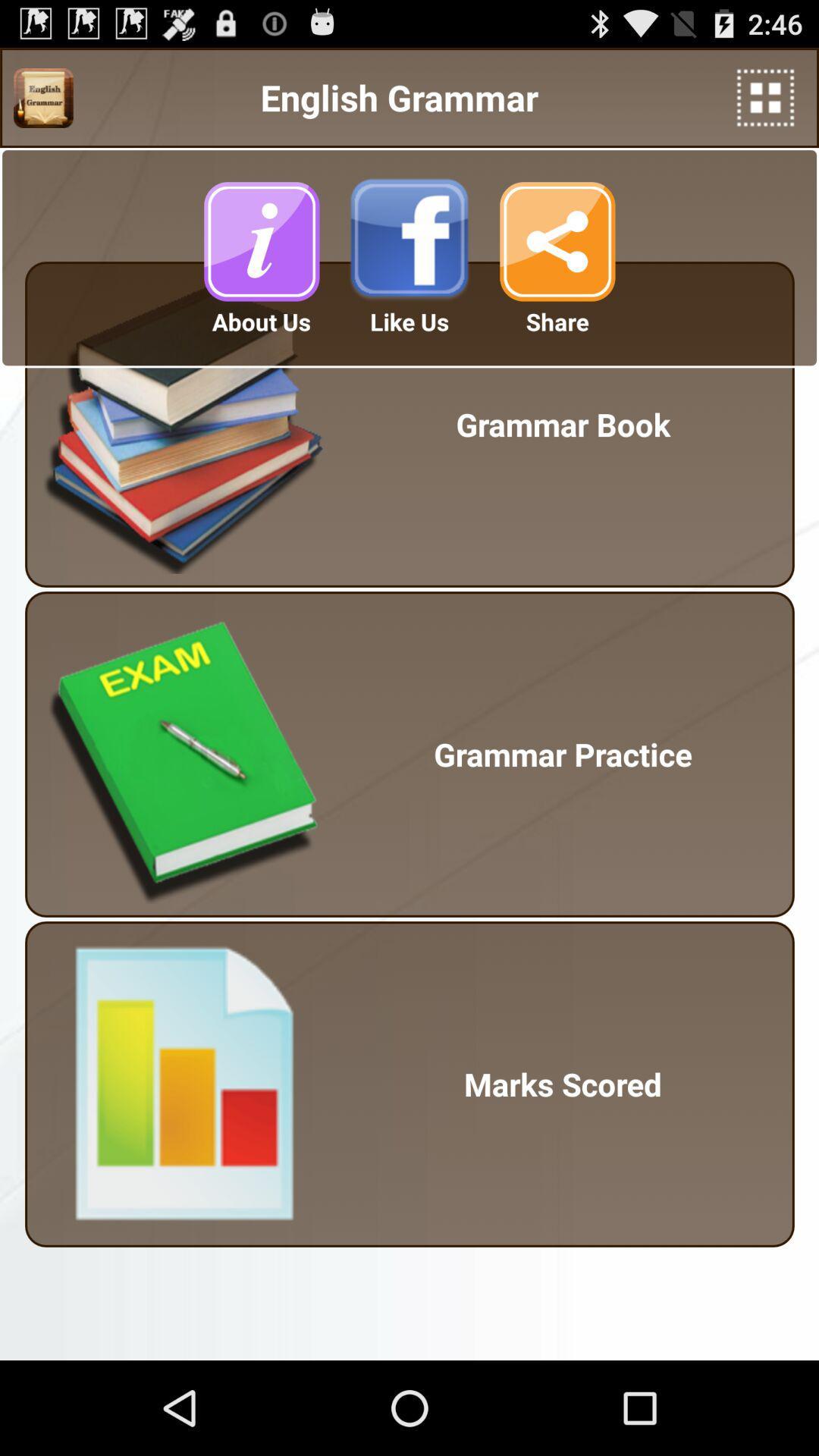  What do you see at coordinates (42, 97) in the screenshot?
I see `image` at bounding box center [42, 97].